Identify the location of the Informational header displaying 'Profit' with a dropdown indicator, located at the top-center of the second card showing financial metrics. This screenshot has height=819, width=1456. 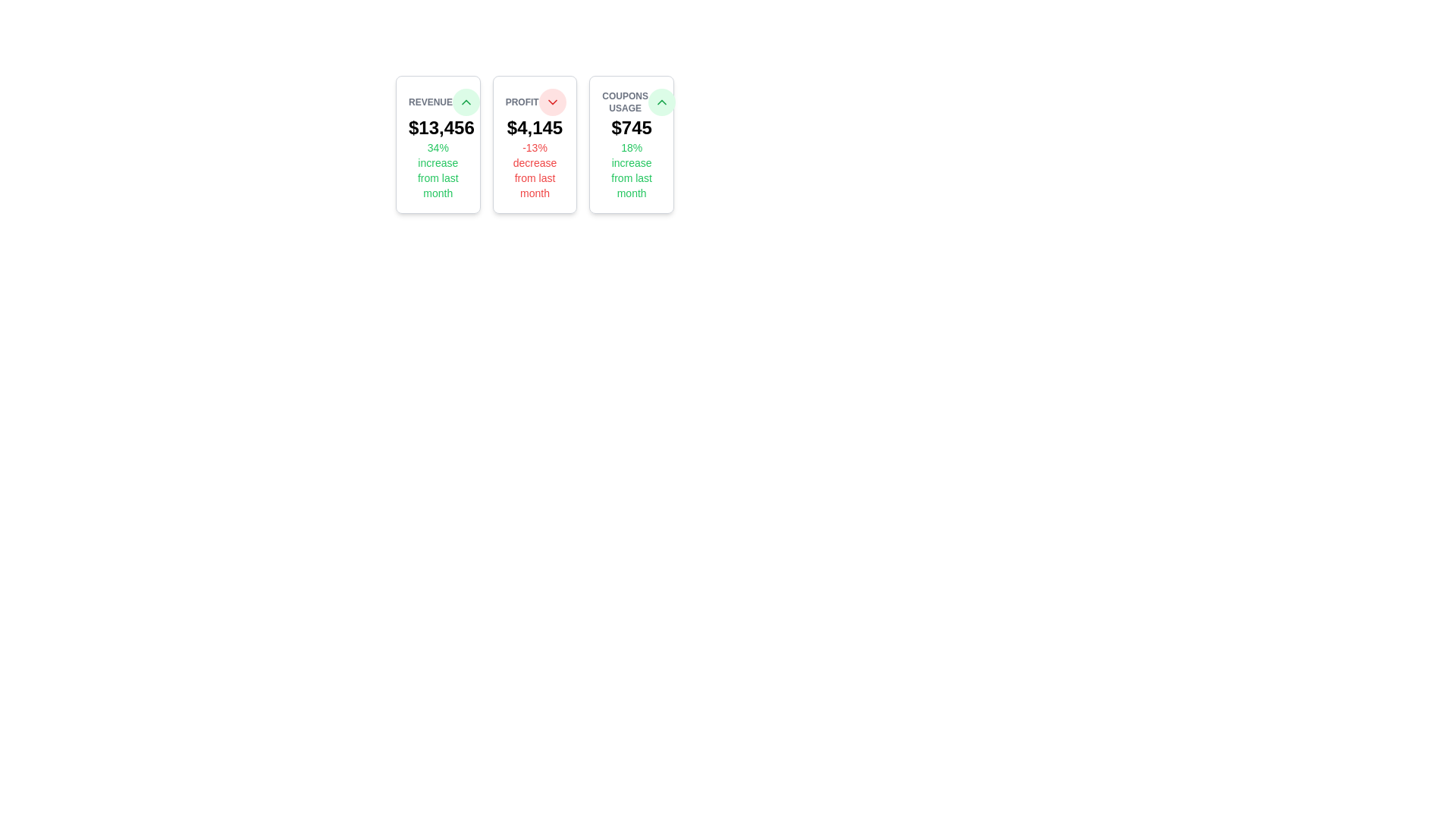
(535, 102).